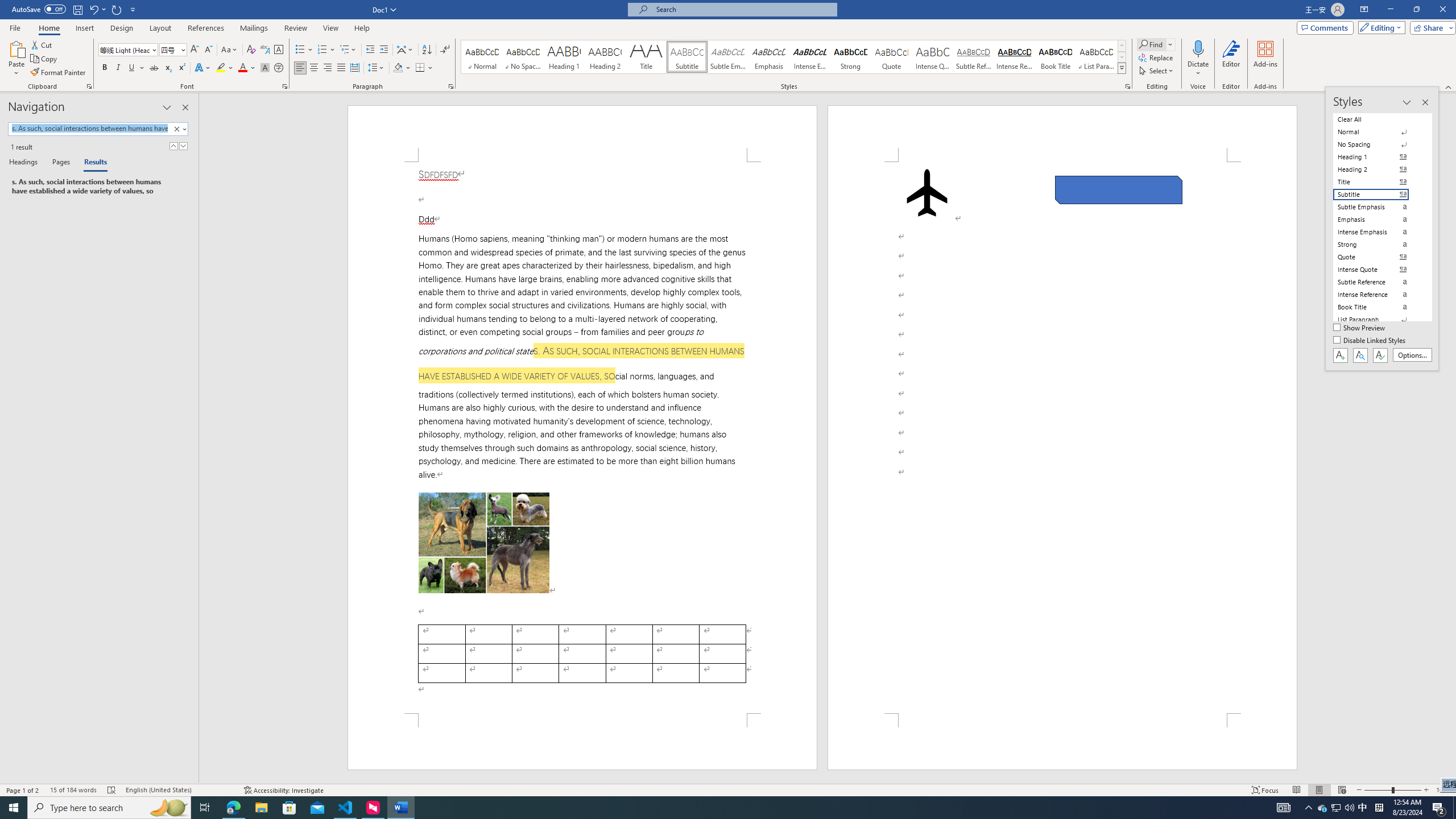 The width and height of the screenshot is (1456, 819). What do you see at coordinates (1370, 340) in the screenshot?
I see `'Disable Linked Styles'` at bounding box center [1370, 340].